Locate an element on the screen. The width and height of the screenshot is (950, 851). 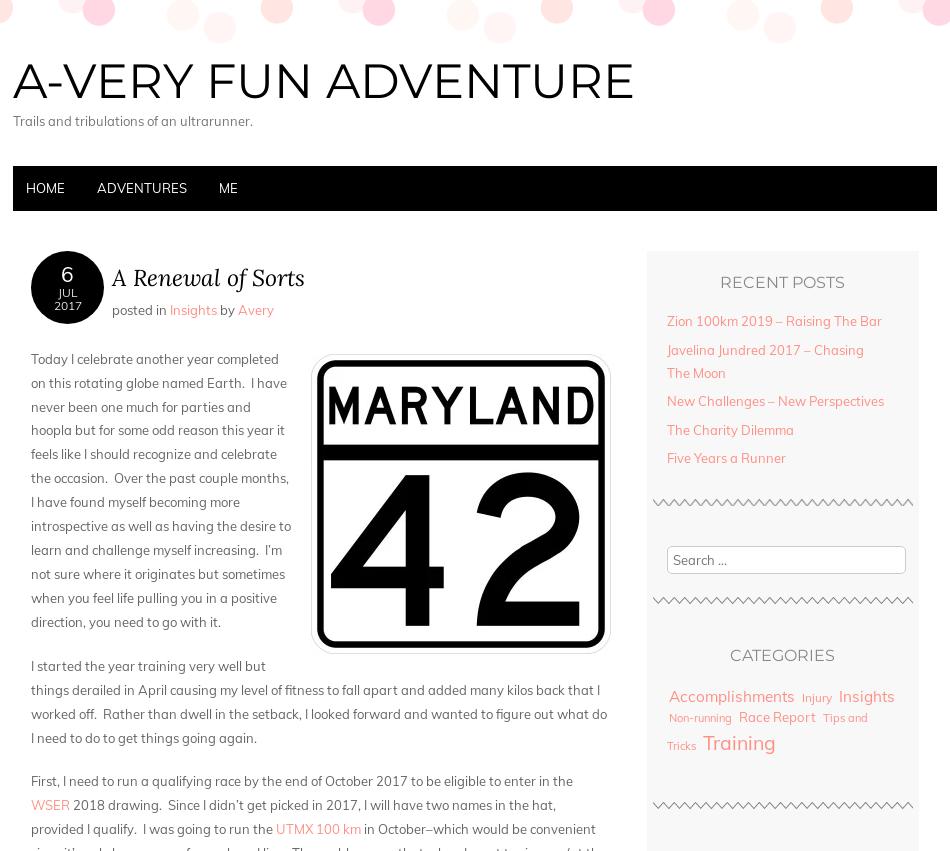
'Race Report' is located at coordinates (775, 715).